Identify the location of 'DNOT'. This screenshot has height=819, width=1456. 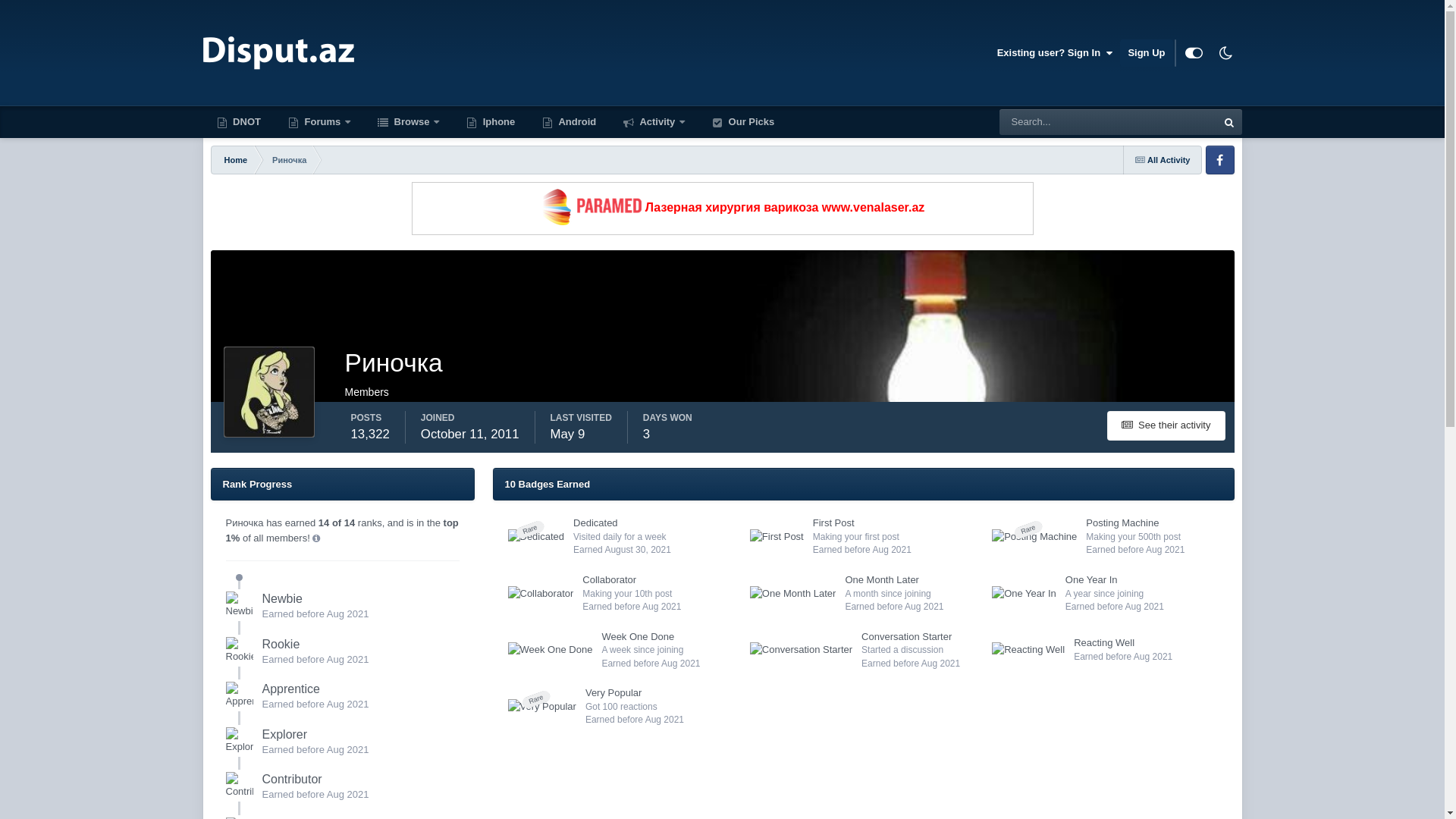
(238, 121).